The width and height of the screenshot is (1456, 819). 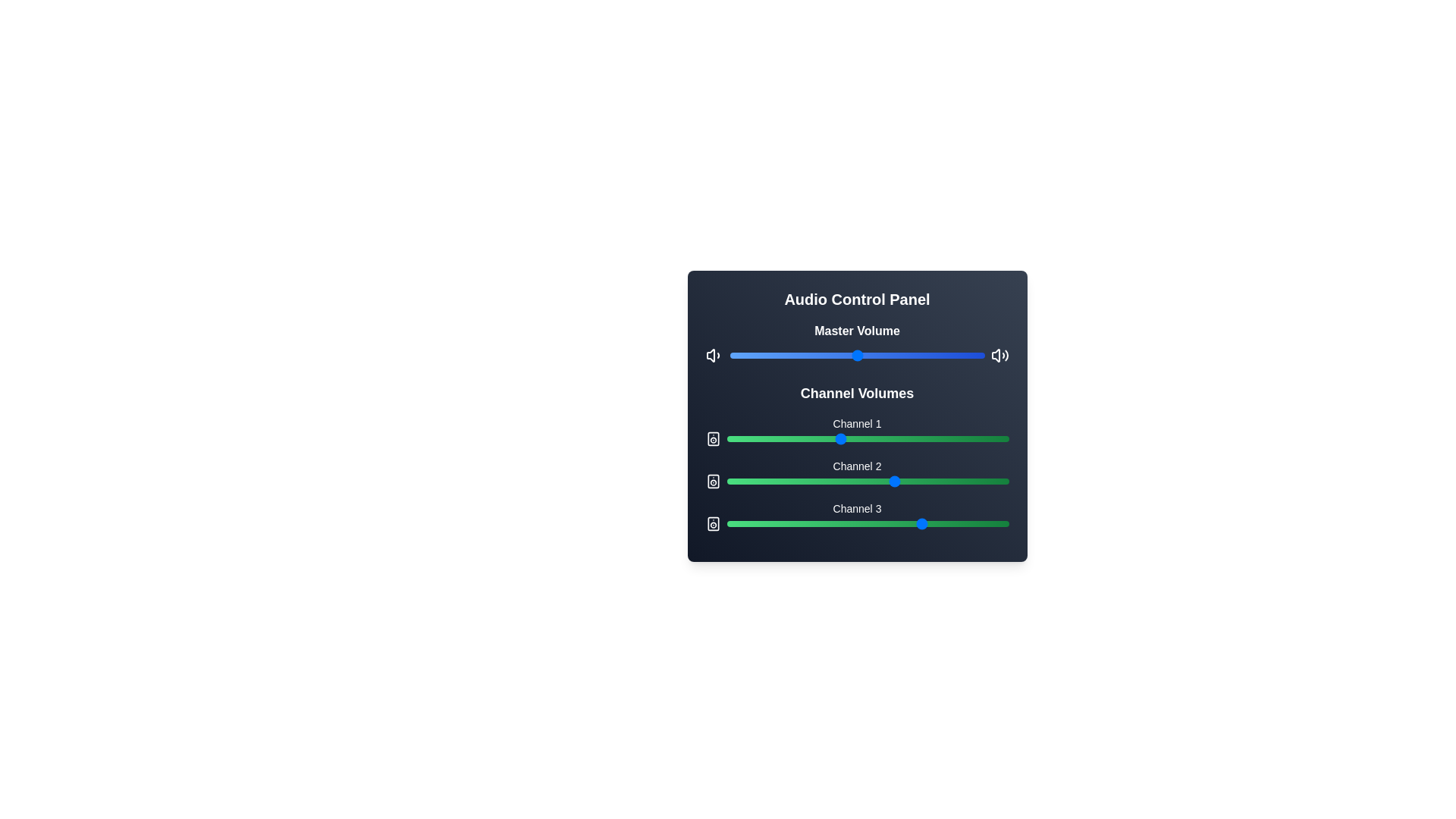 What do you see at coordinates (783, 519) in the screenshot?
I see `the 'Channel 3' volume slider` at bounding box center [783, 519].